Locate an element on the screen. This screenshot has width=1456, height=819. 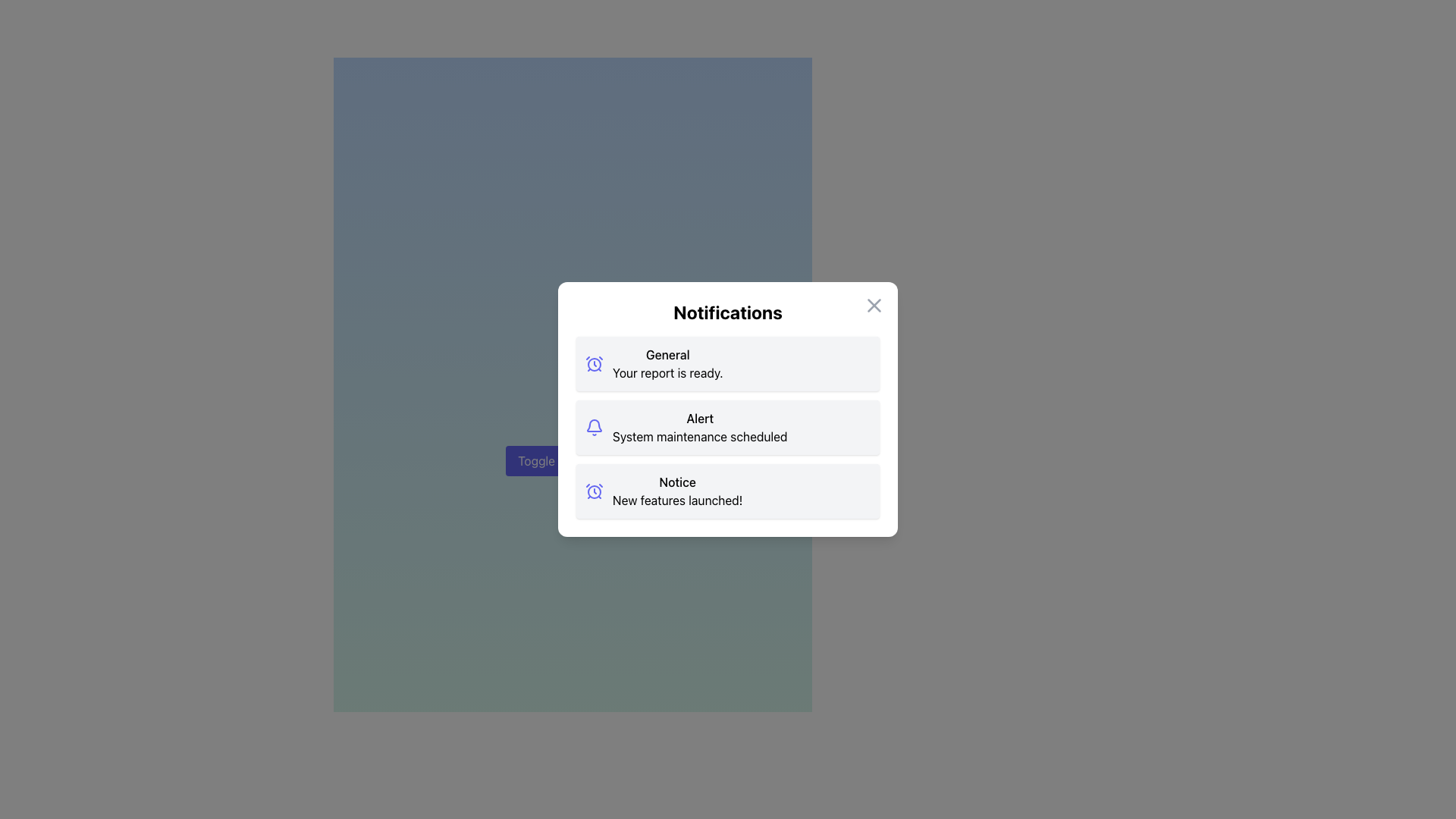
the notification item with the bell icon and the title 'Alert' to acknowledge or act on the notification is located at coordinates (728, 427).